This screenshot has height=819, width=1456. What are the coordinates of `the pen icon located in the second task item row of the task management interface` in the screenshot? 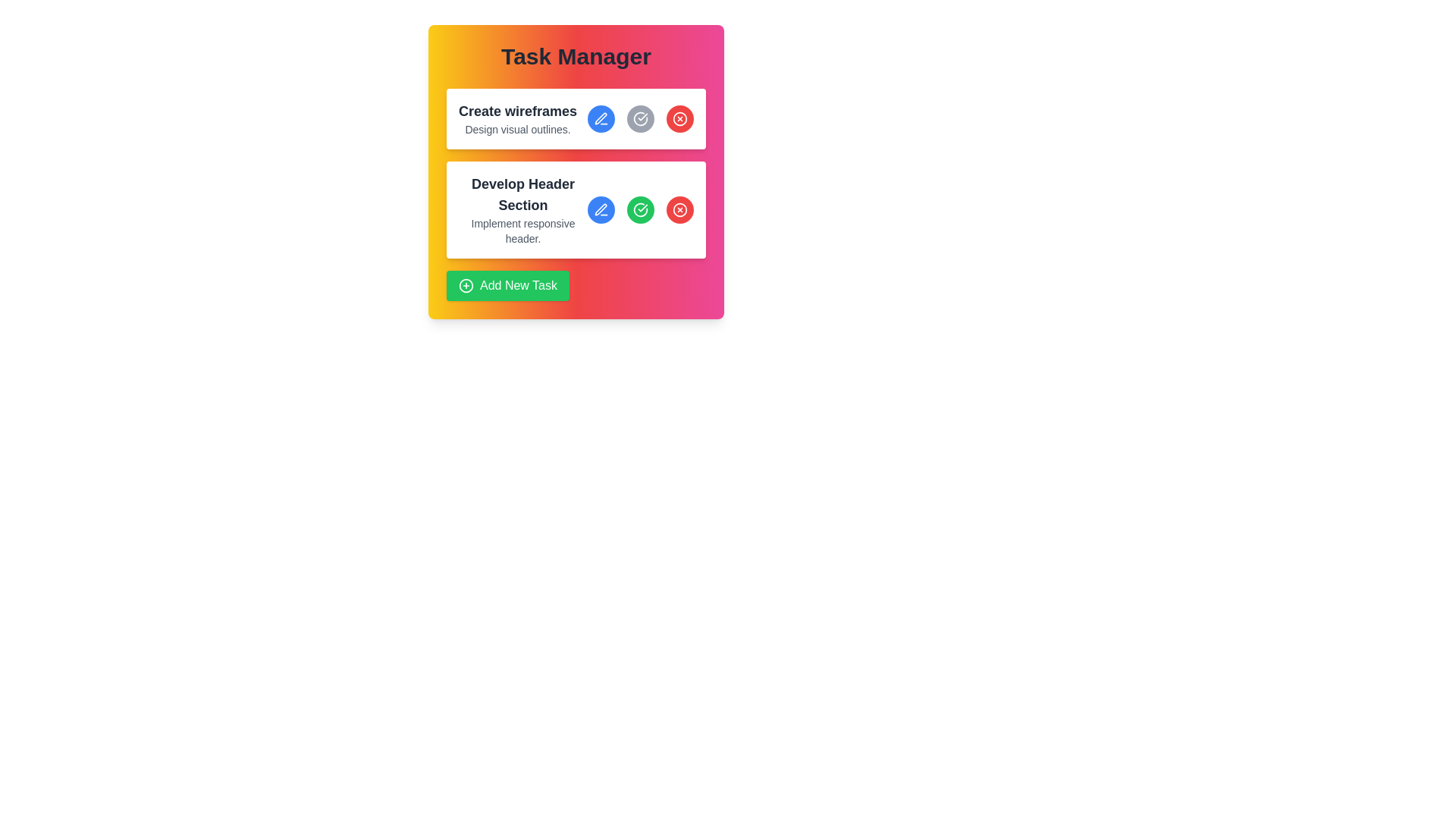 It's located at (600, 209).